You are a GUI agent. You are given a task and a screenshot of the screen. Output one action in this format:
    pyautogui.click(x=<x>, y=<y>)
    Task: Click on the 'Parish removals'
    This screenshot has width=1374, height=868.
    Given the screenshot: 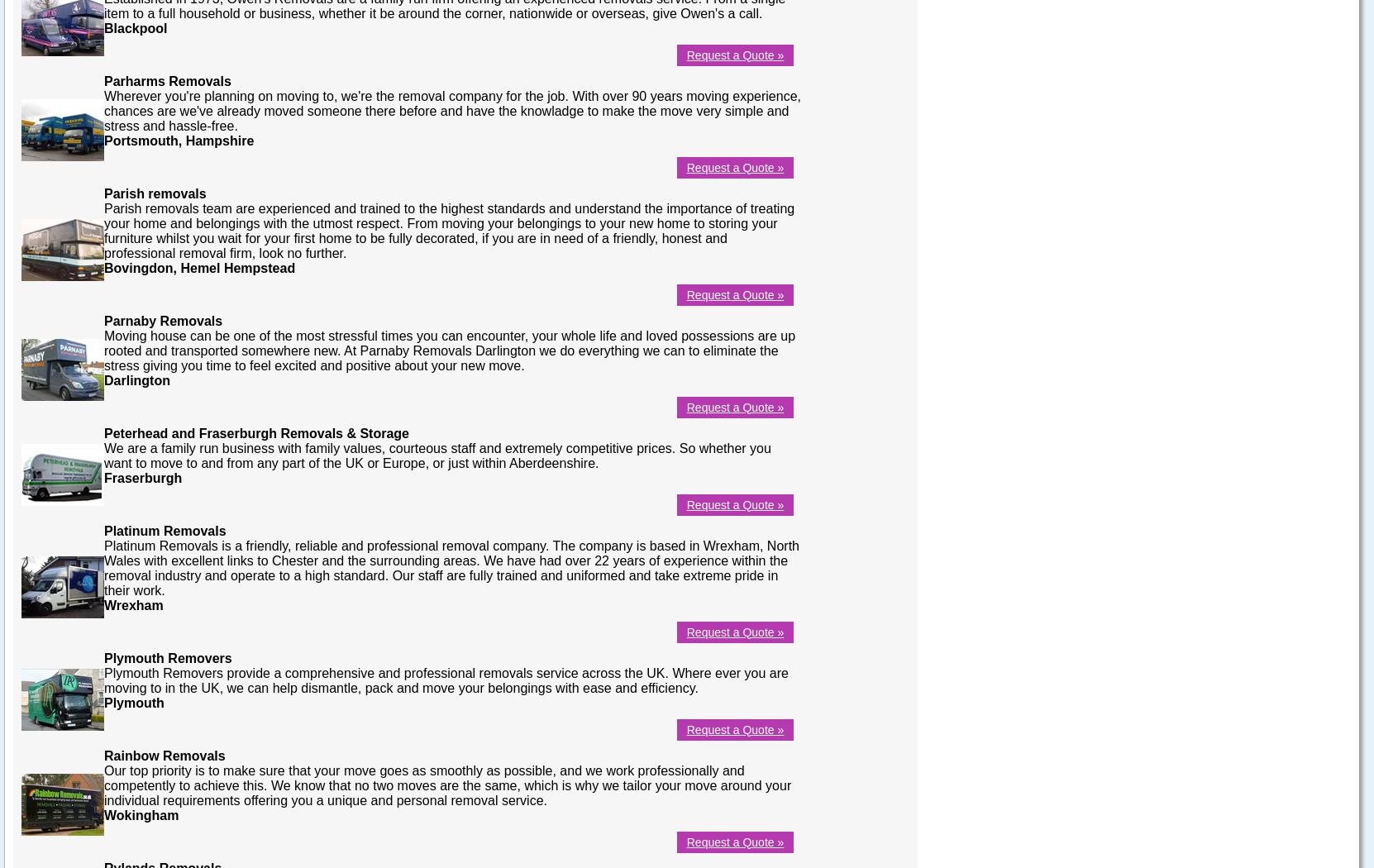 What is the action you would take?
    pyautogui.click(x=154, y=193)
    